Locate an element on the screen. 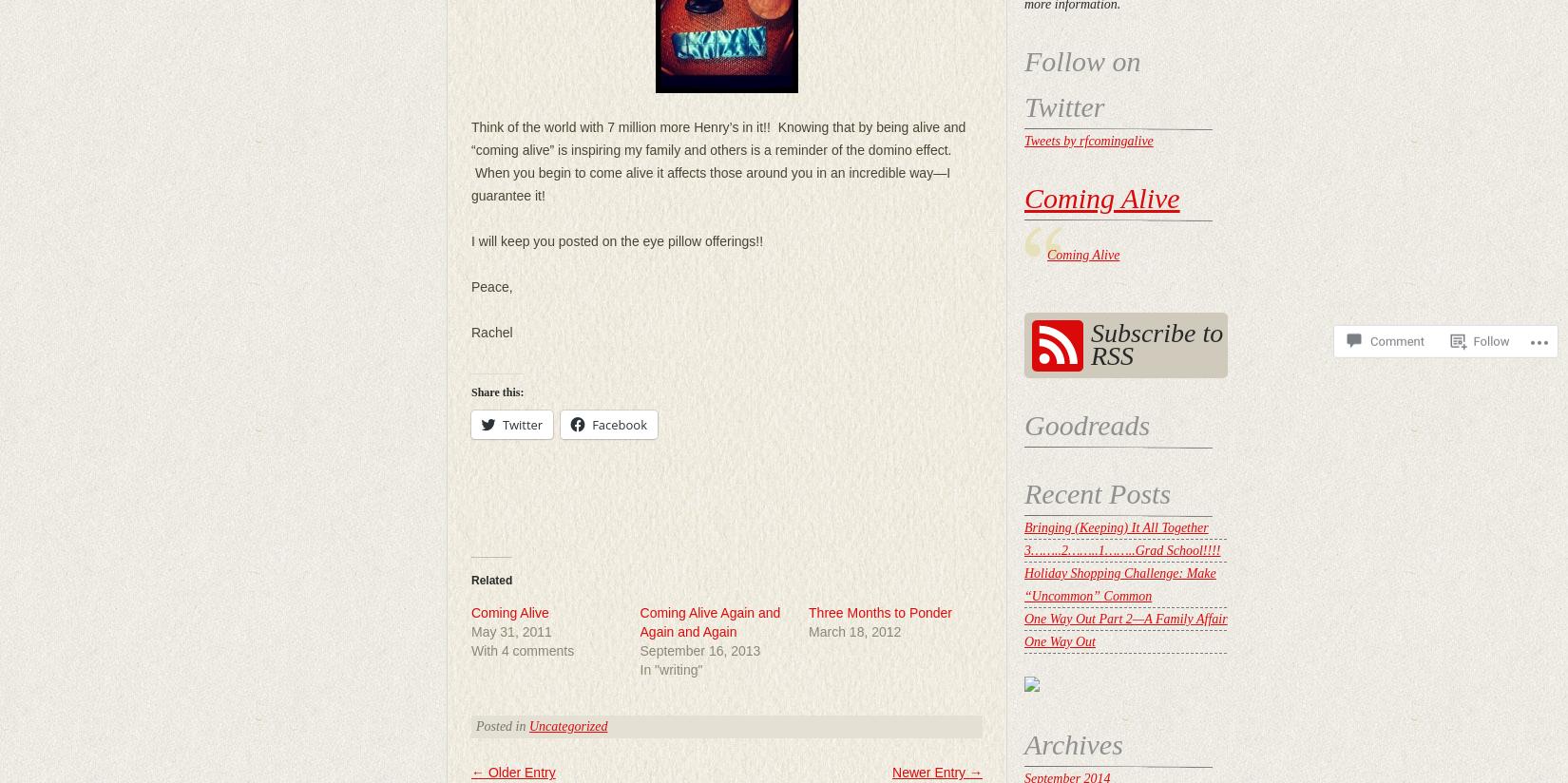 This screenshot has height=783, width=1568. 'Bringing (Keeping) It All Together' is located at coordinates (1116, 526).